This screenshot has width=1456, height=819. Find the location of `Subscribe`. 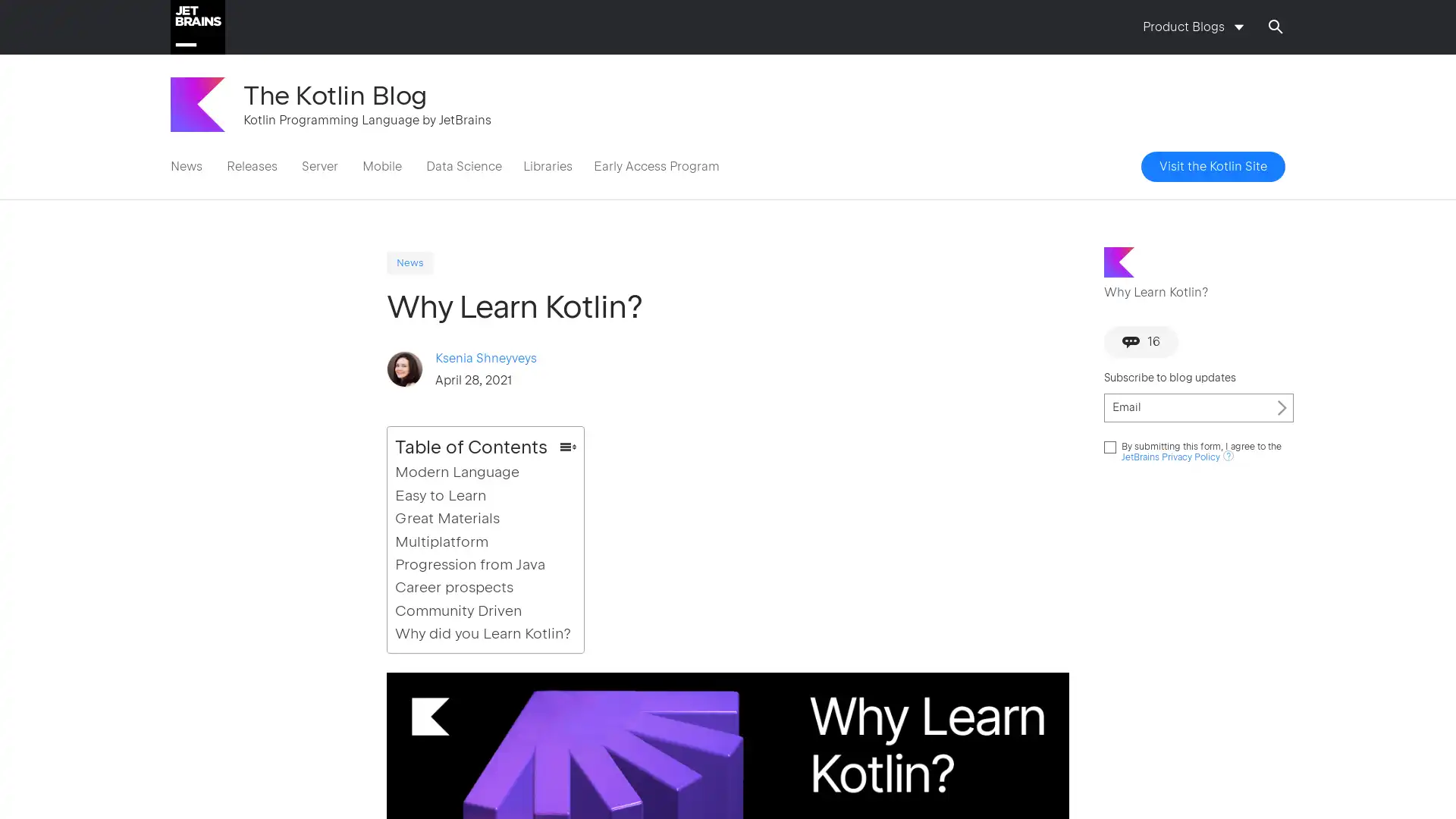

Subscribe is located at coordinates (1281, 406).